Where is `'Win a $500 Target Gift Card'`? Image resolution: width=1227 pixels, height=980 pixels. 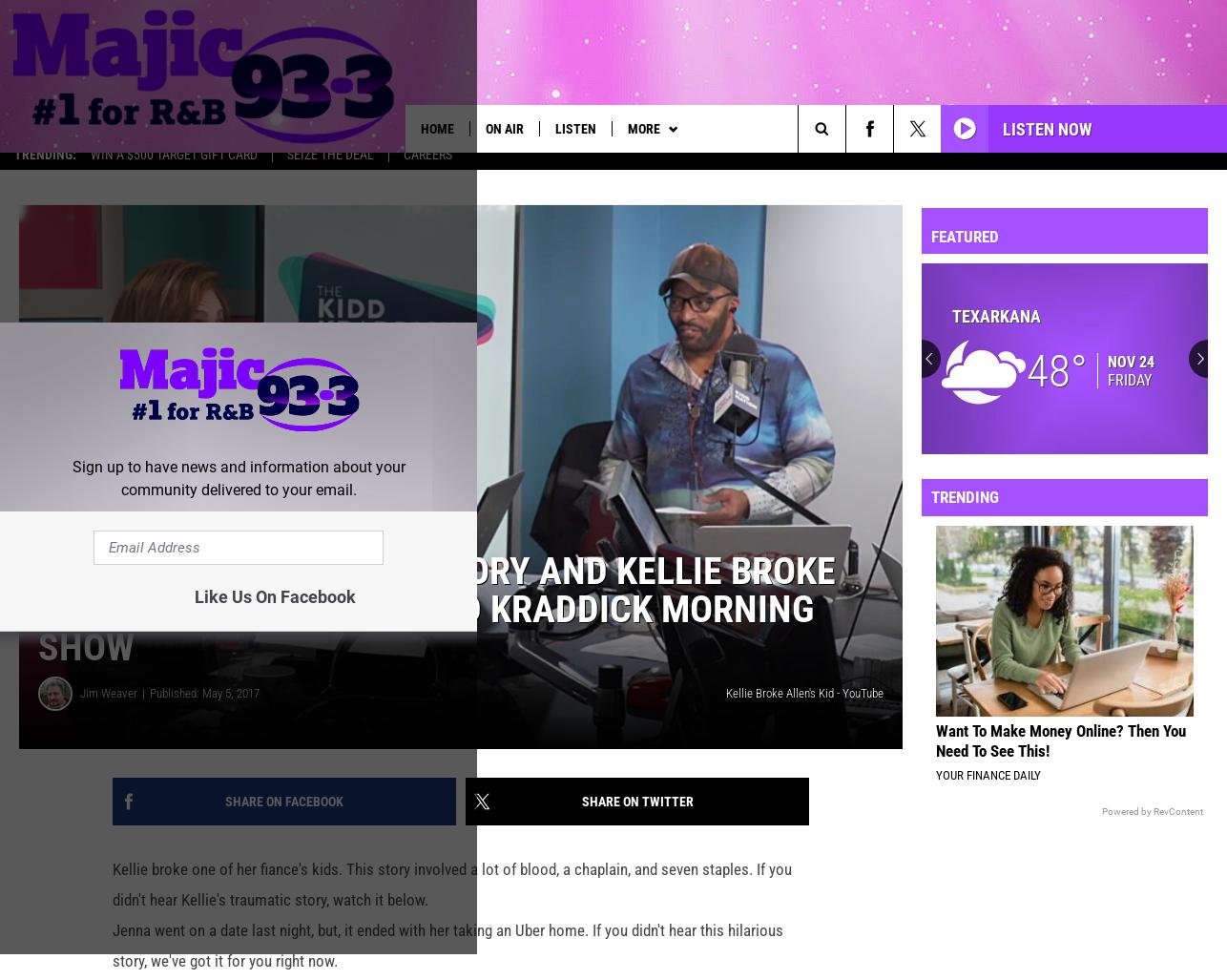 'Win a $500 Target Gift Card' is located at coordinates (174, 167).